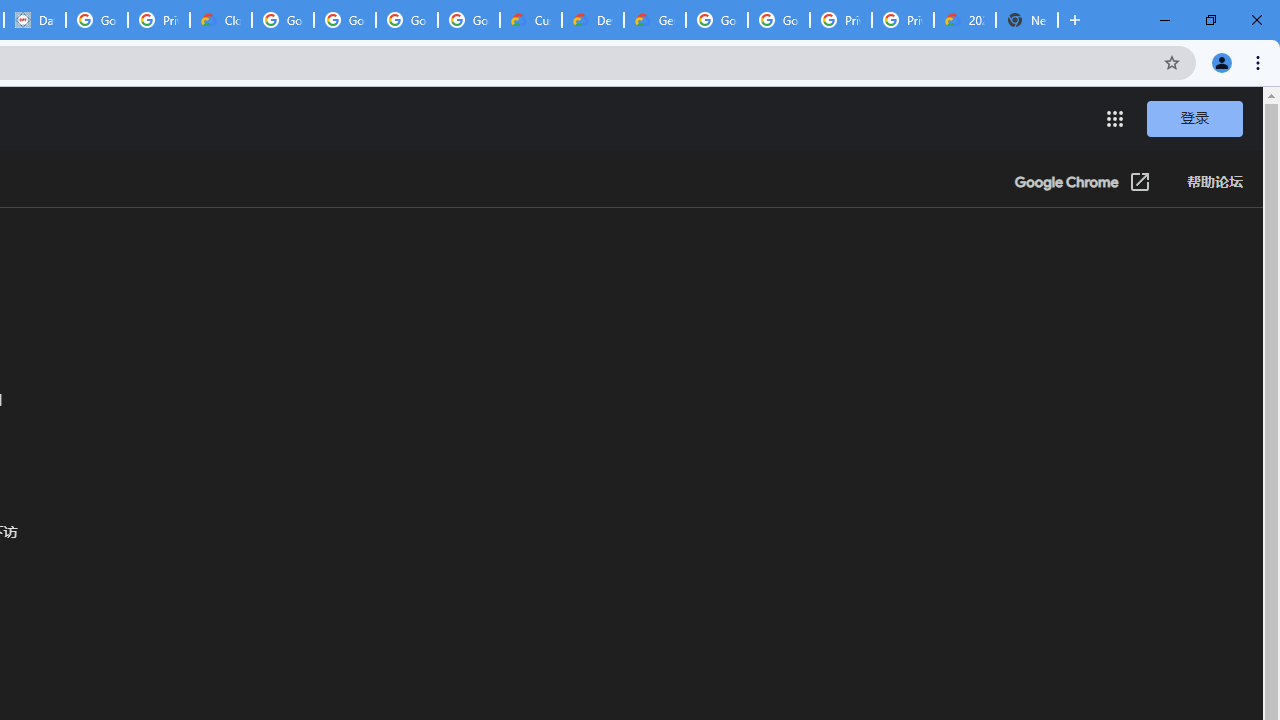  What do you see at coordinates (654, 20) in the screenshot?
I see `'Gemini for Business and Developers | Google Cloud'` at bounding box center [654, 20].